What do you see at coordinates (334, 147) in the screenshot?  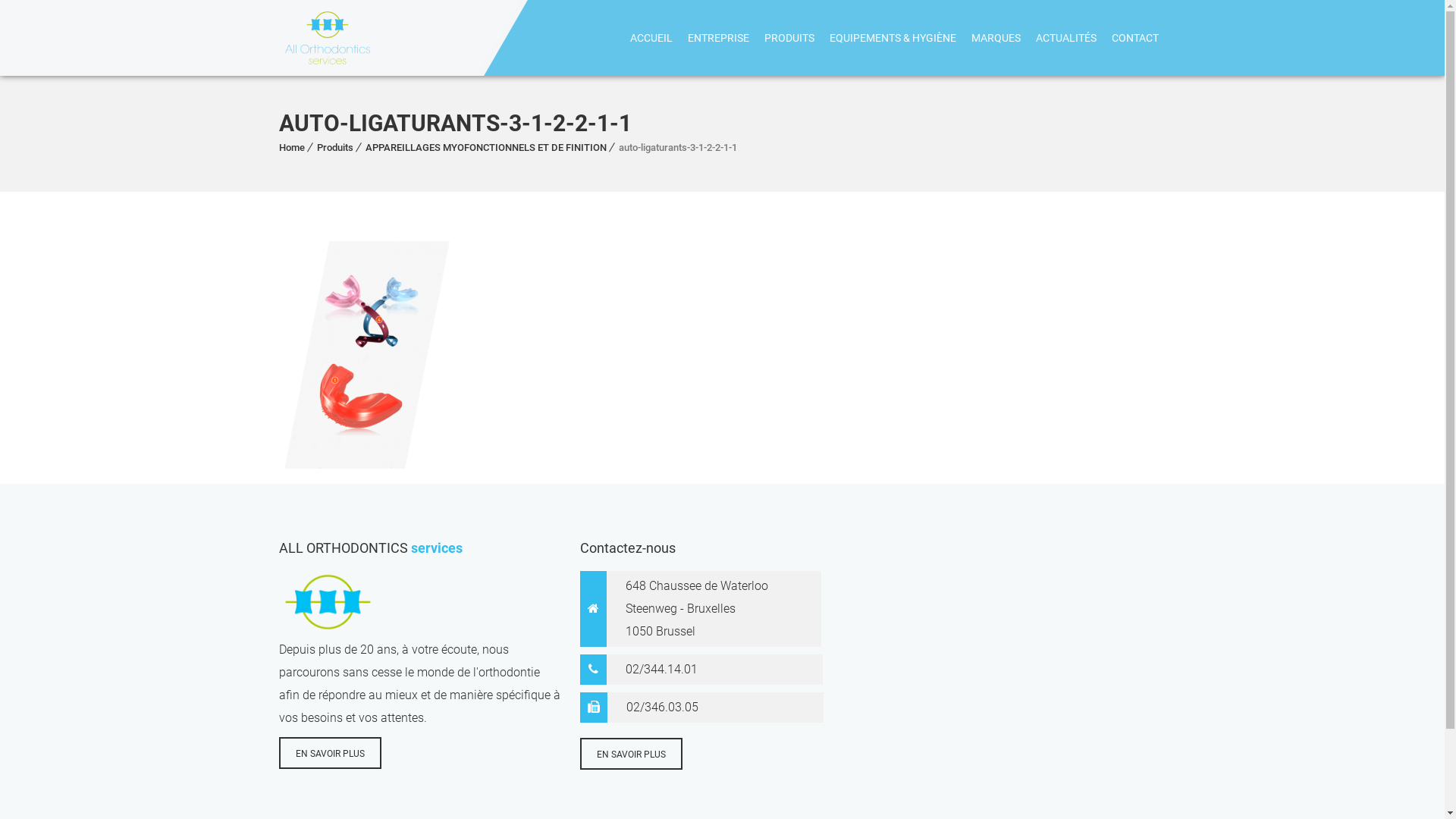 I see `'Produits'` at bounding box center [334, 147].